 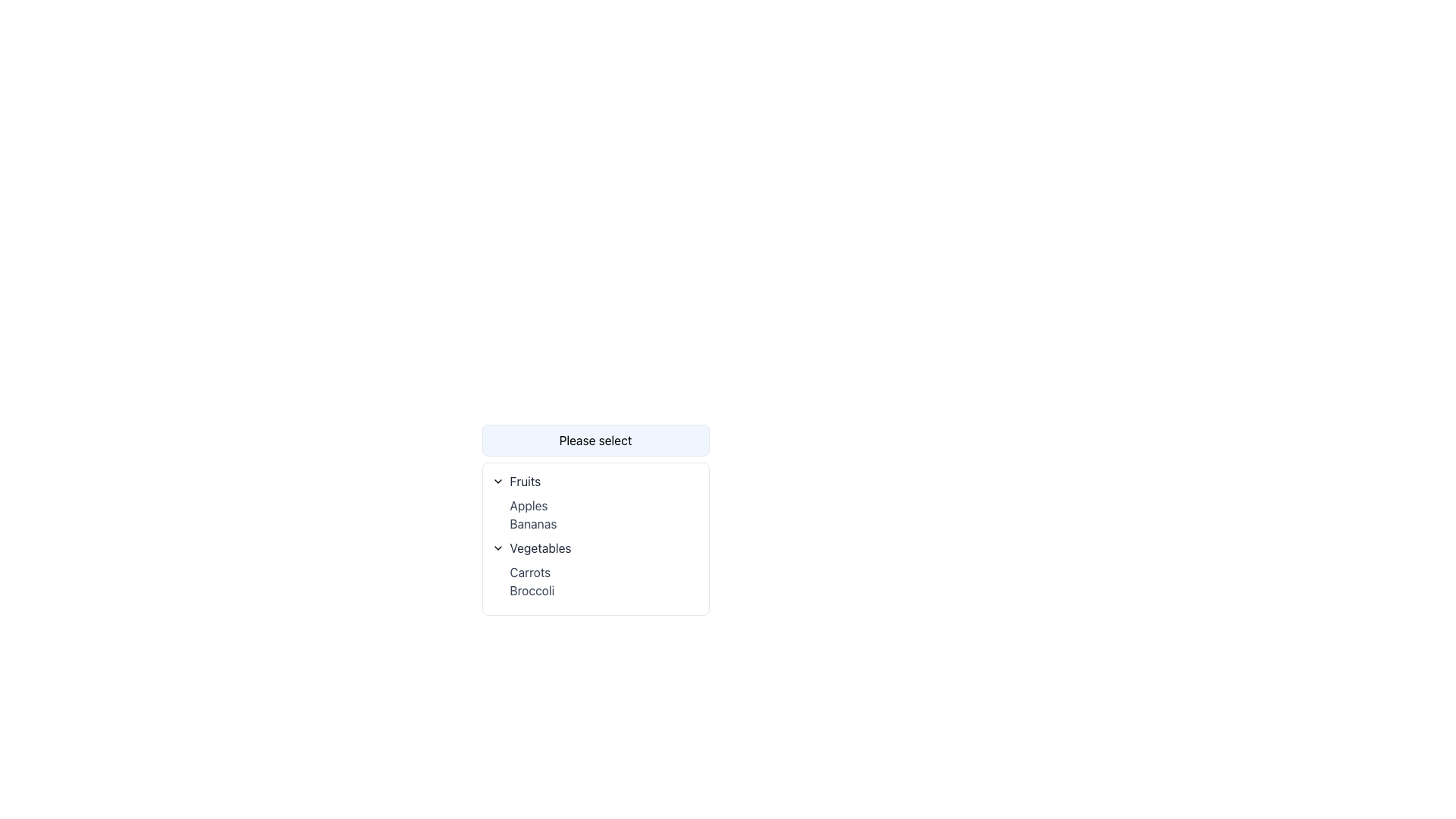 What do you see at coordinates (532, 590) in the screenshot?
I see `the 'Broccoli' text label in the dropdown list by clicking it` at bounding box center [532, 590].